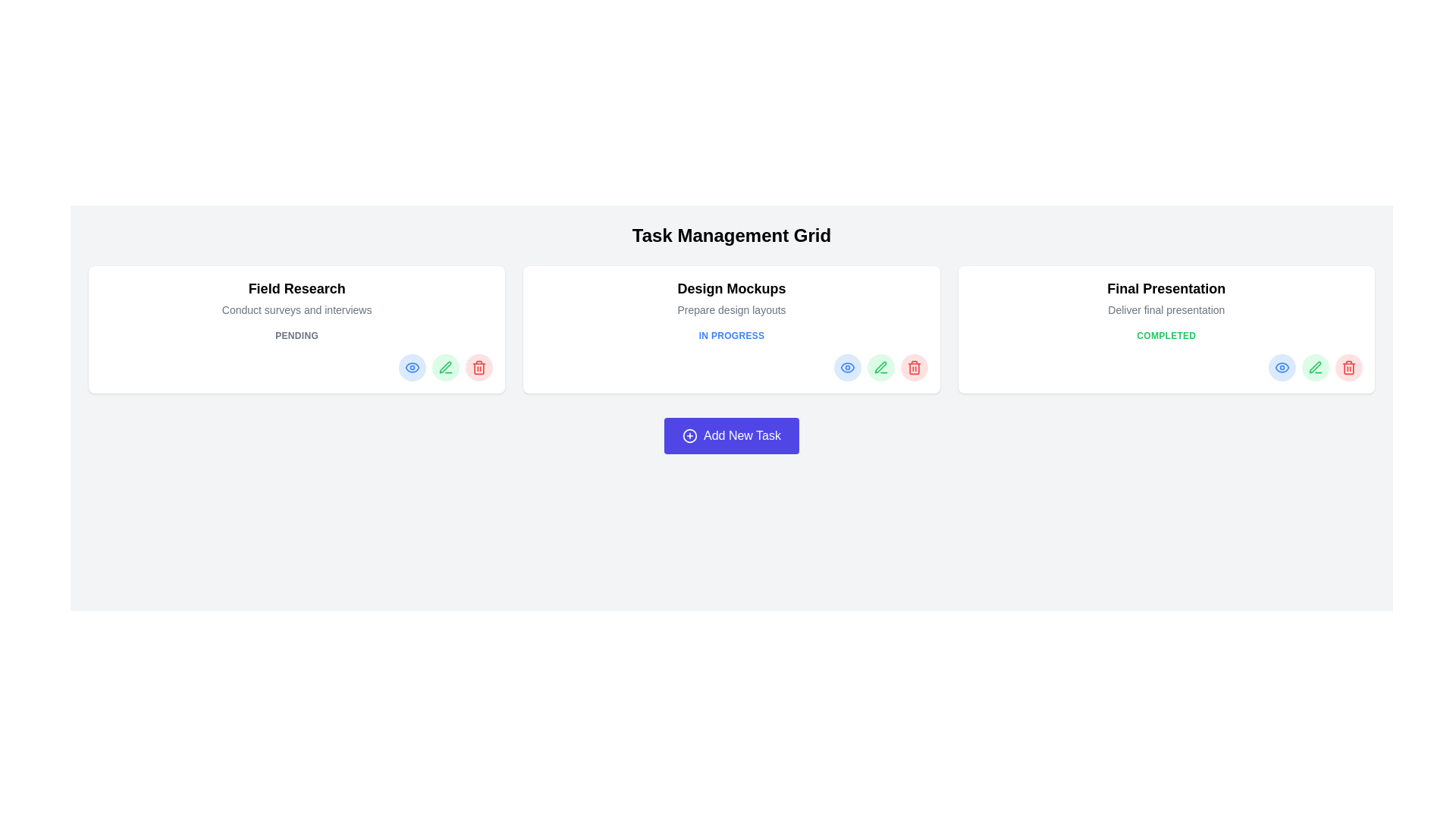 The height and width of the screenshot is (819, 1456). What do you see at coordinates (846, 368) in the screenshot?
I see `the entire eye icon group, which consists of an oval-shaped outline and details representing the eye, located within the 'Design Mockups' card at the bottom left among the action buttons` at bounding box center [846, 368].